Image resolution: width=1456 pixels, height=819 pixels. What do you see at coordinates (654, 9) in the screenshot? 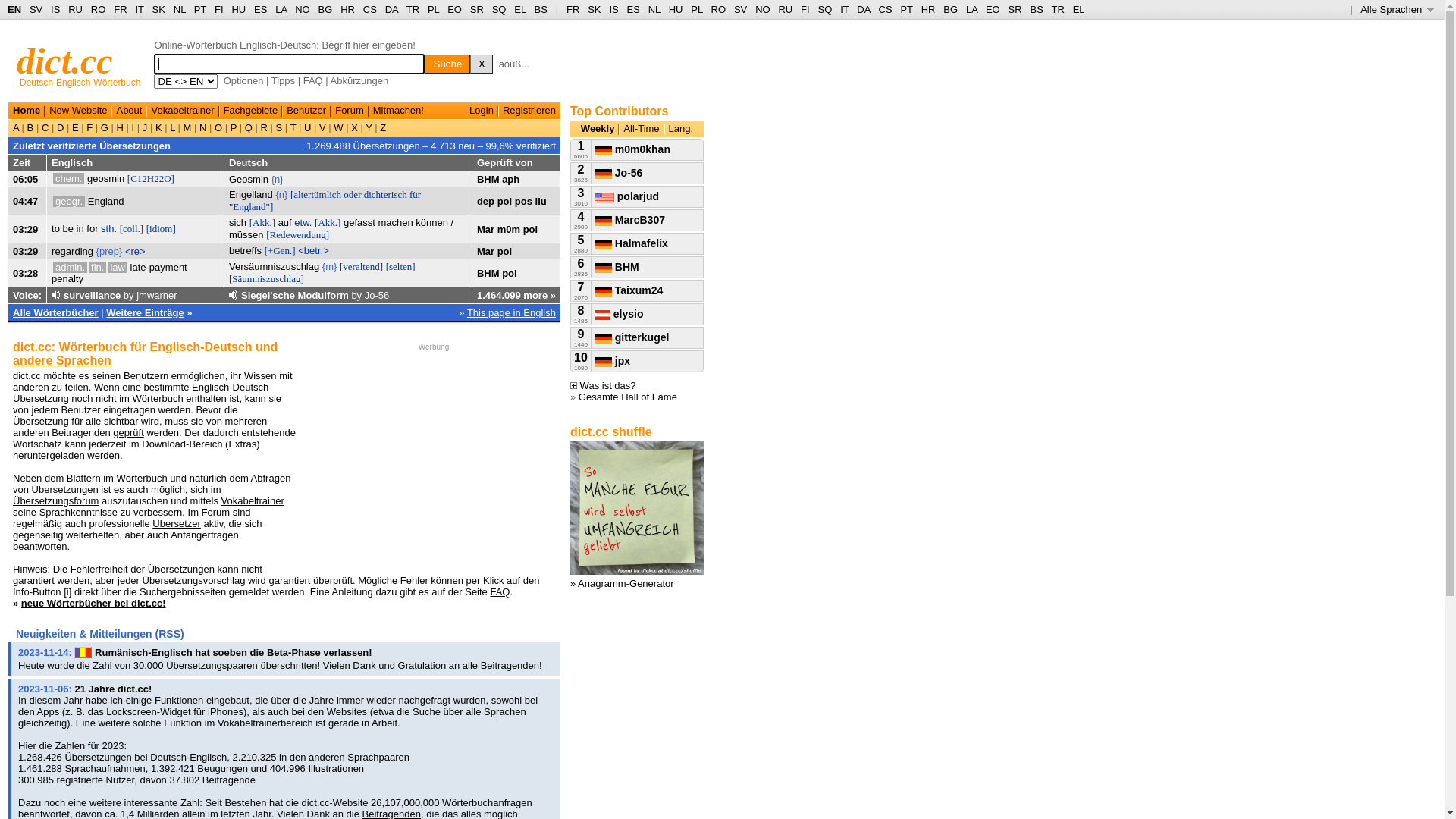
I see `'NL'` at bounding box center [654, 9].